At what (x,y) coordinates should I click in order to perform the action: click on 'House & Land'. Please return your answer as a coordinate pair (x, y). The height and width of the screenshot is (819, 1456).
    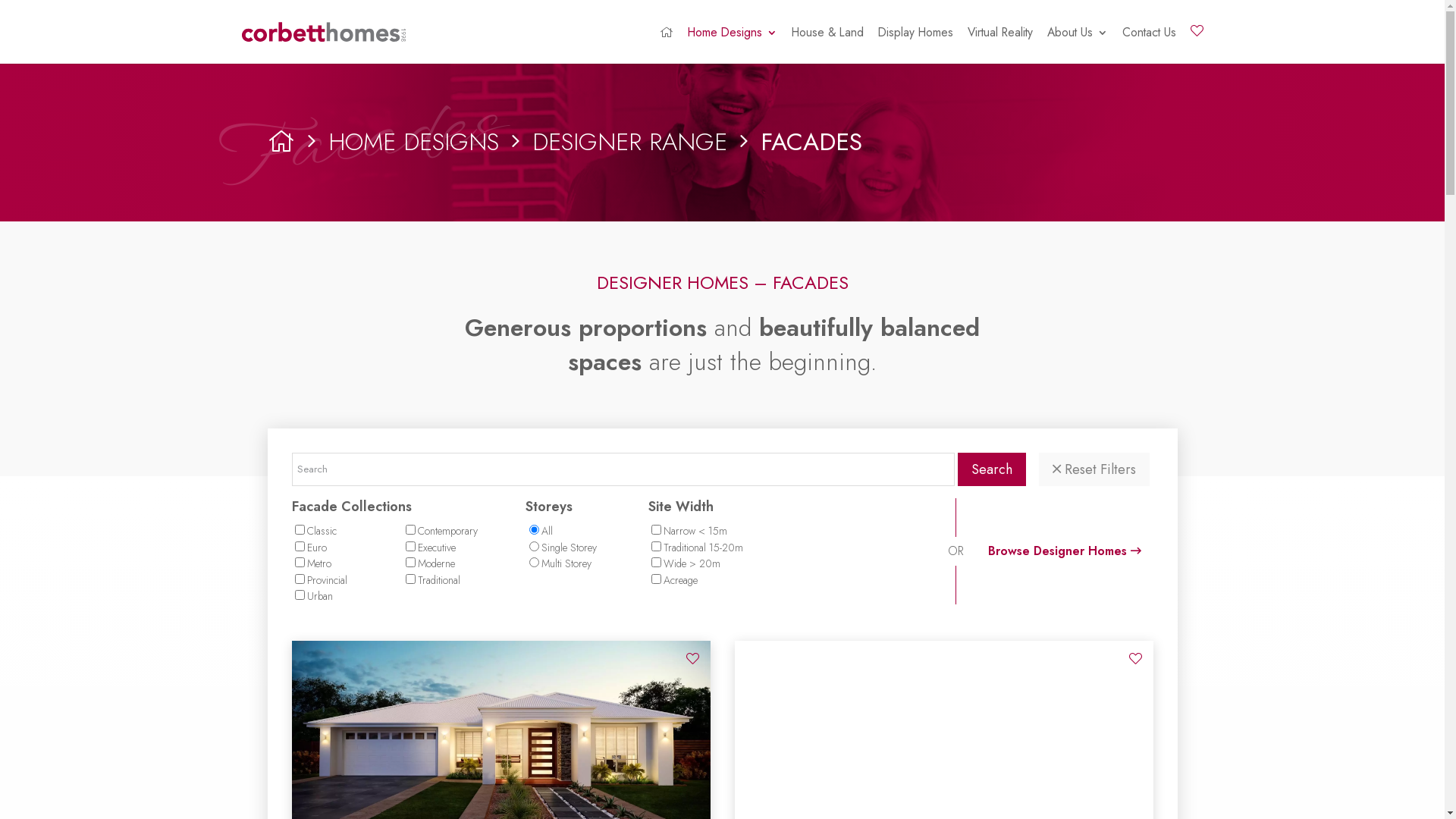
    Looking at the image, I should click on (827, 44).